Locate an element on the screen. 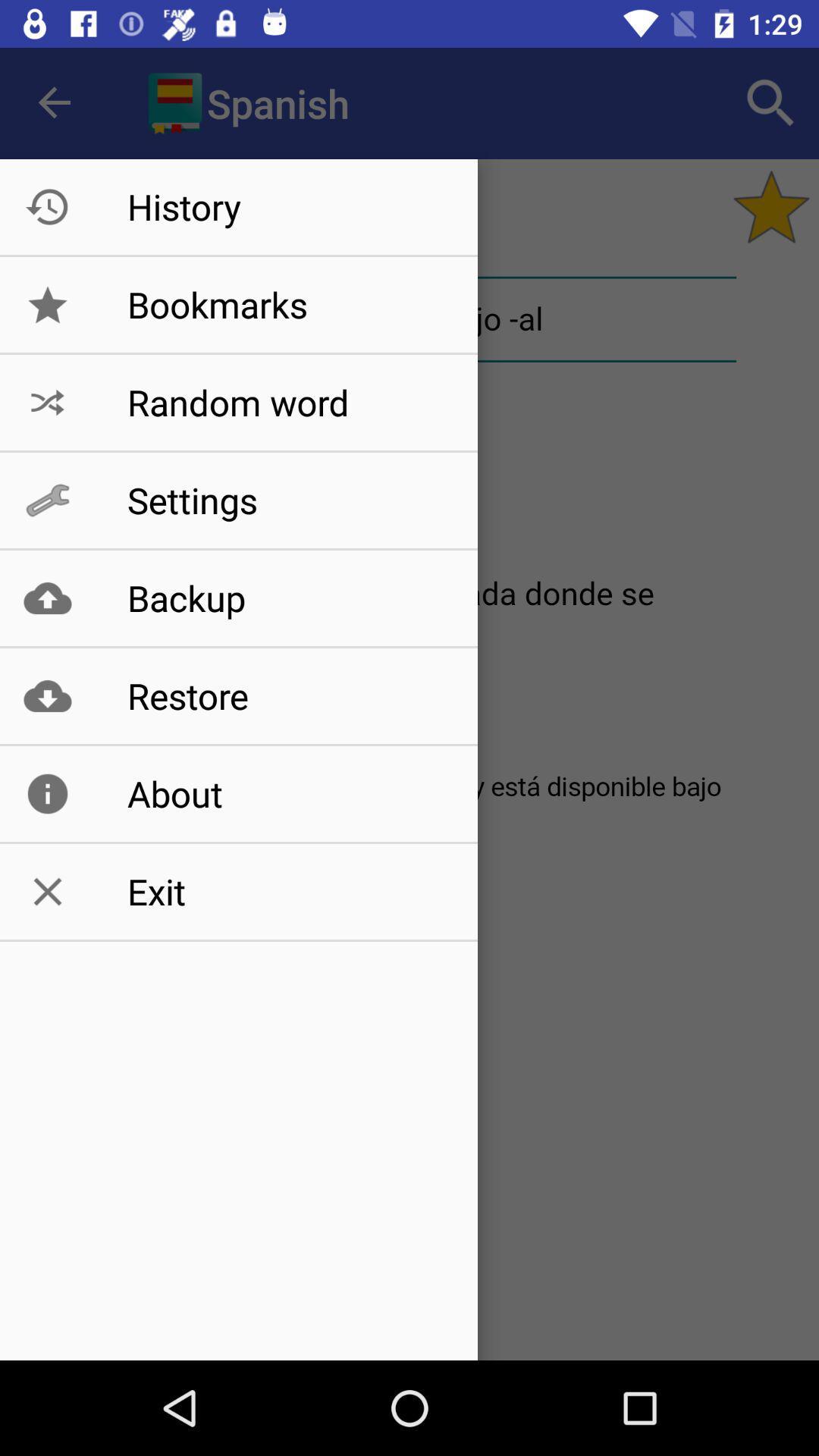 This screenshot has width=819, height=1456. the star icon is located at coordinates (771, 206).